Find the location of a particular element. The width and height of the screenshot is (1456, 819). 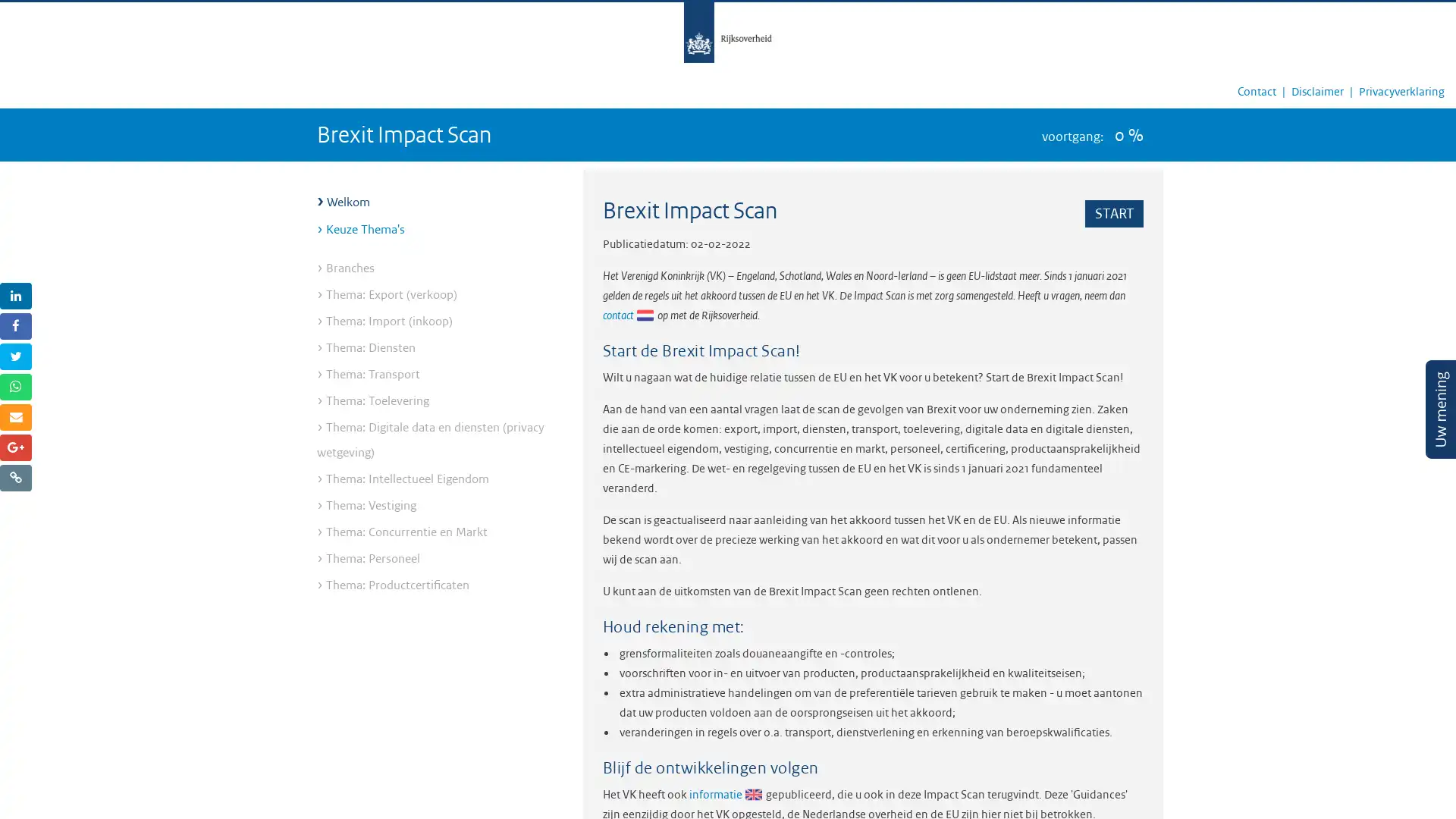

Welkom is located at coordinates (436, 201).